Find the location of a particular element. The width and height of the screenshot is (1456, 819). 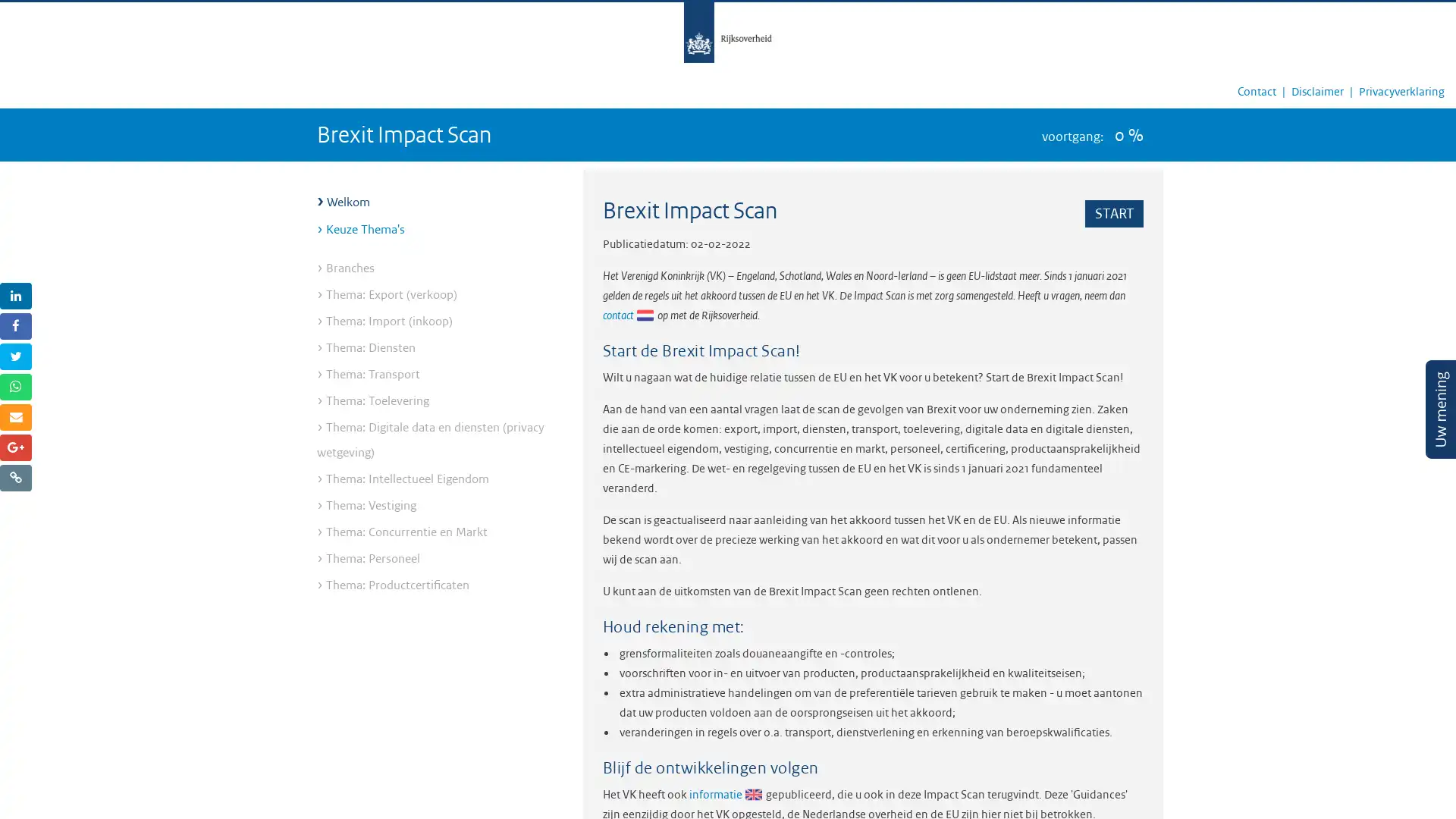

Welkom is located at coordinates (436, 201).